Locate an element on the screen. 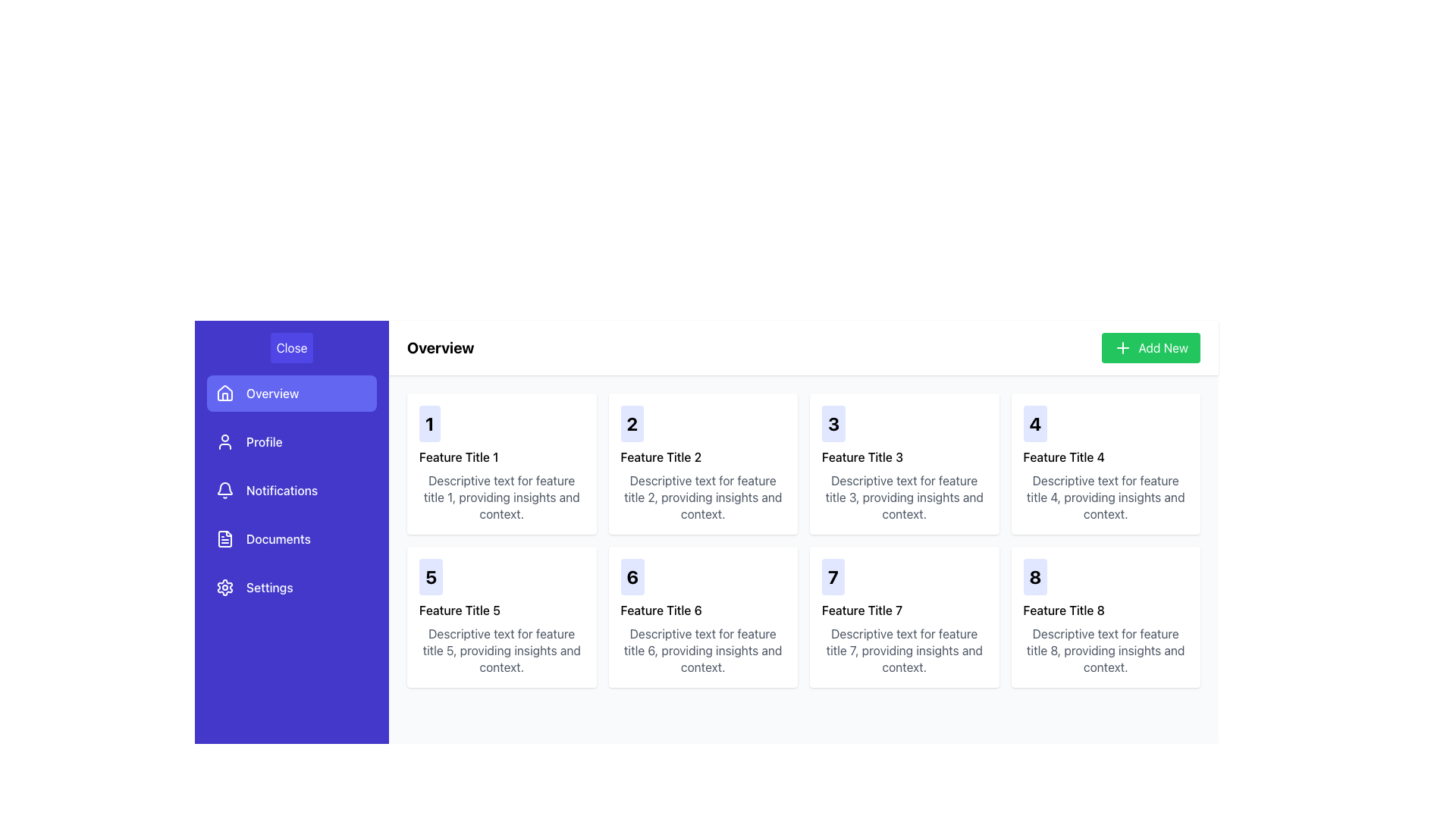 This screenshot has height=819, width=1456. the text label displaying 'Feature Title 7', which is styled in bold and centrally aligned below the number '7' is located at coordinates (862, 610).